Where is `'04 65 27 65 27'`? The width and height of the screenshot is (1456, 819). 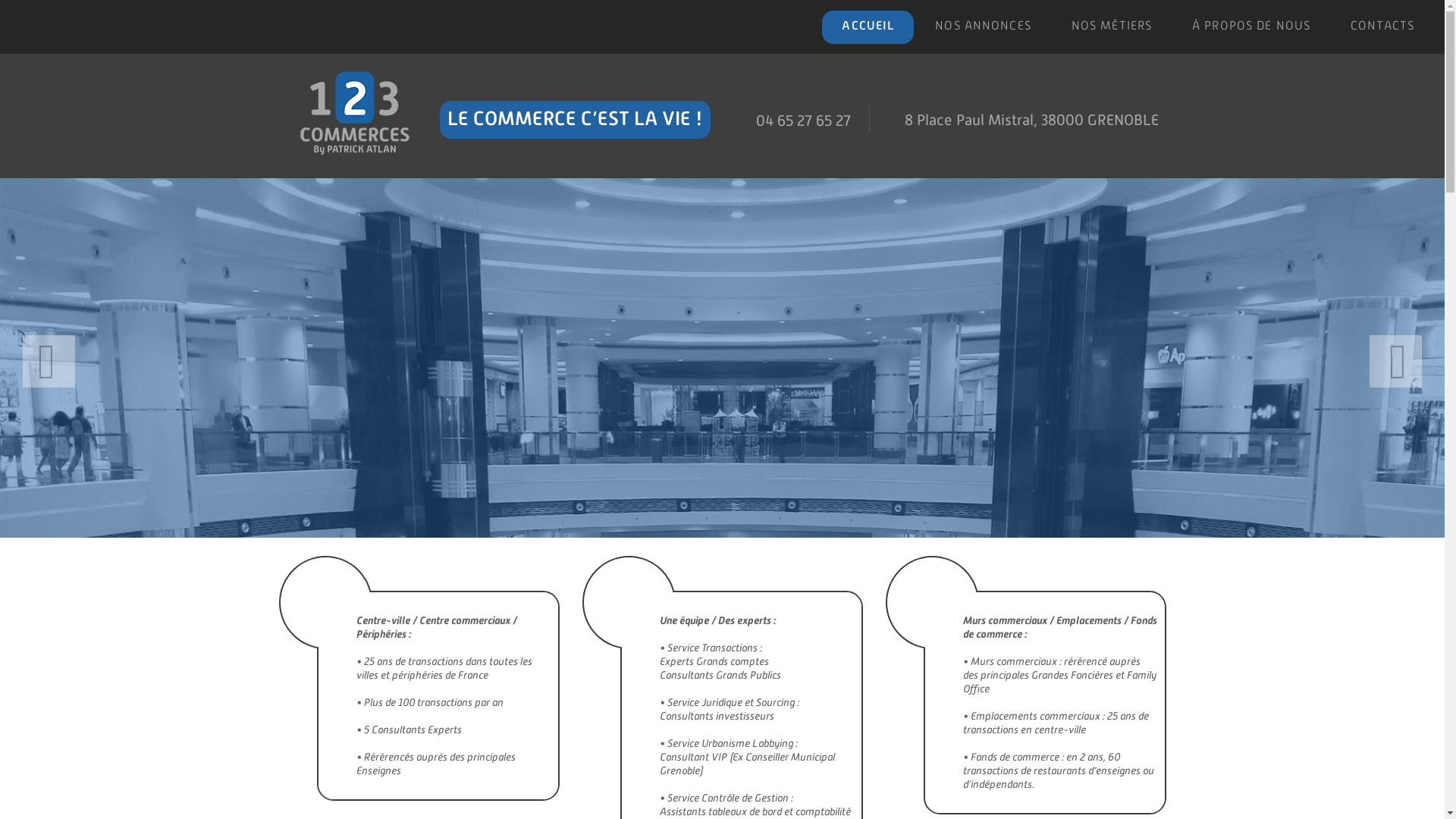 '04 65 27 65 27' is located at coordinates (756, 119).